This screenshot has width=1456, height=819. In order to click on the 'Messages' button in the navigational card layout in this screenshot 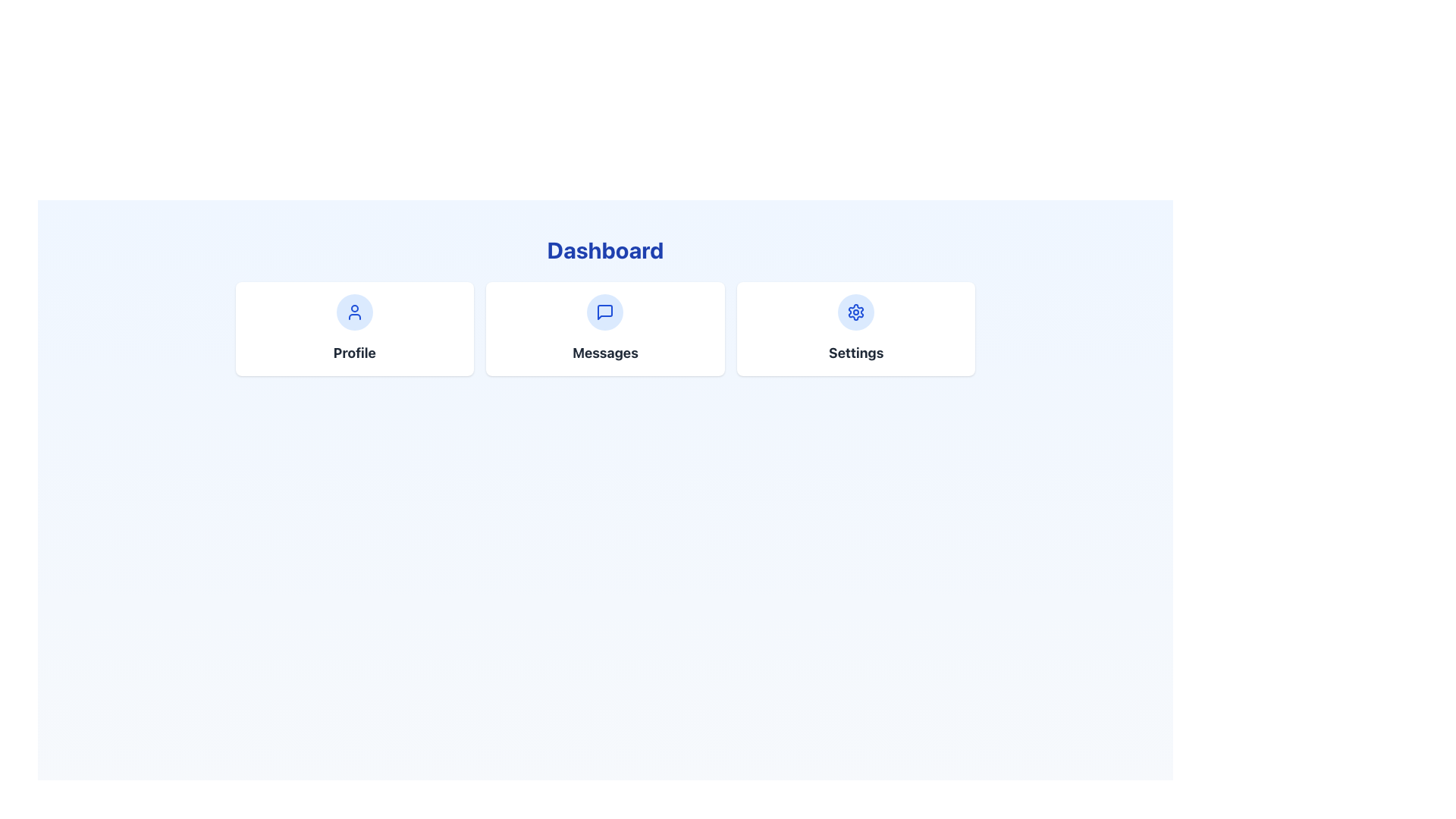, I will do `click(604, 328)`.